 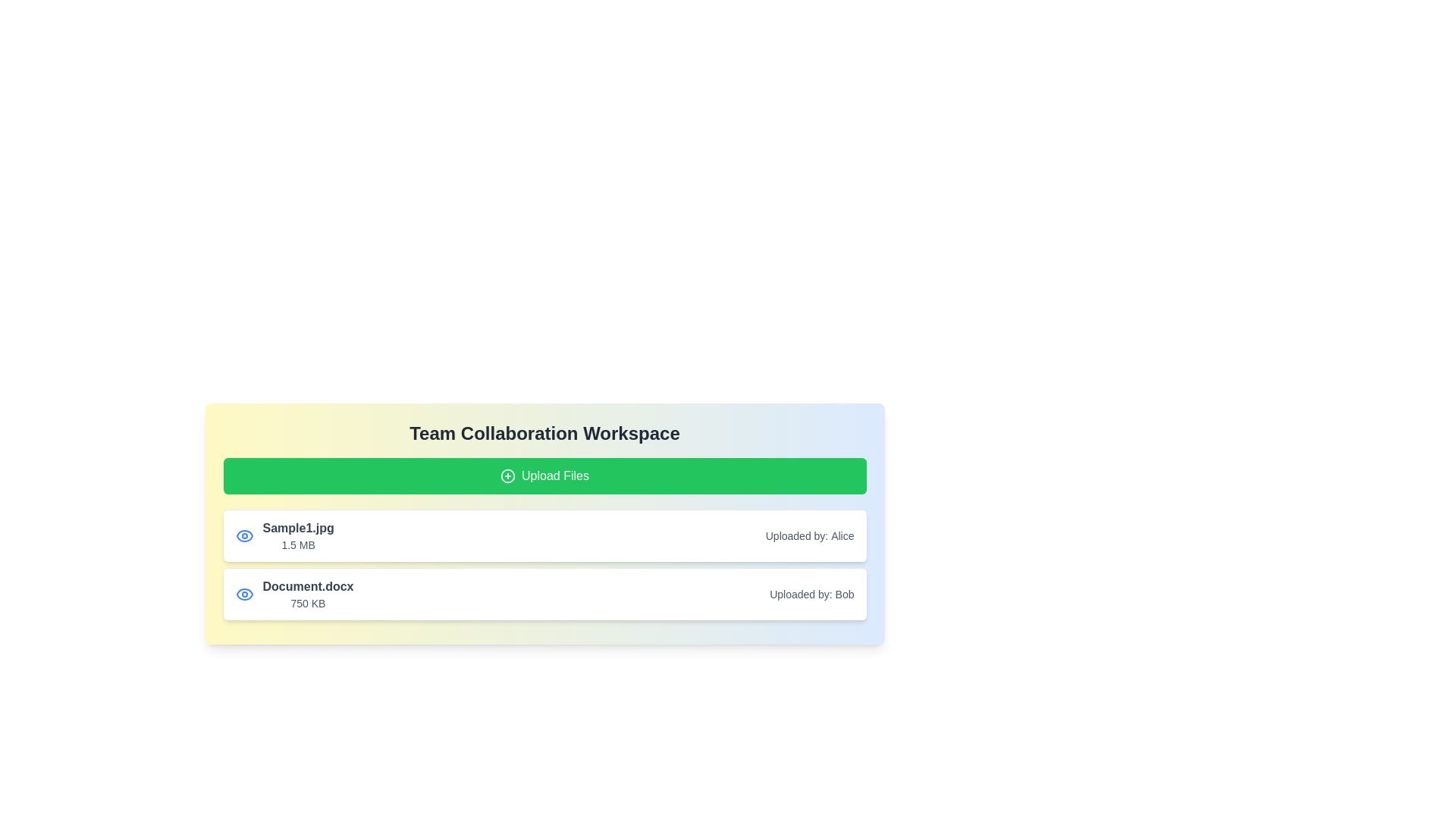 What do you see at coordinates (298, 528) in the screenshot?
I see `the static text label that displays the name or title of a file in the file listing interface, located at the upper left section of the file item details block` at bounding box center [298, 528].